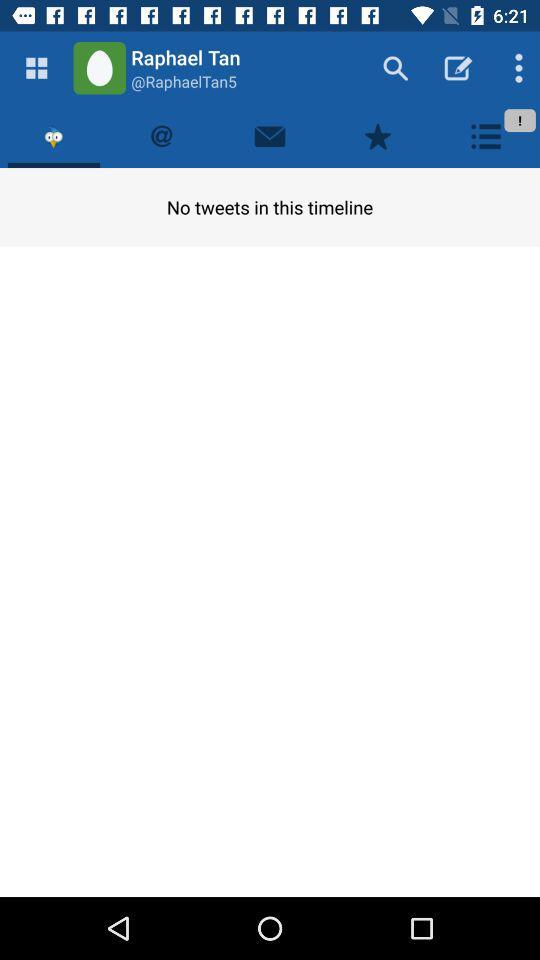  Describe the element at coordinates (378, 135) in the screenshot. I see `favorites` at that location.